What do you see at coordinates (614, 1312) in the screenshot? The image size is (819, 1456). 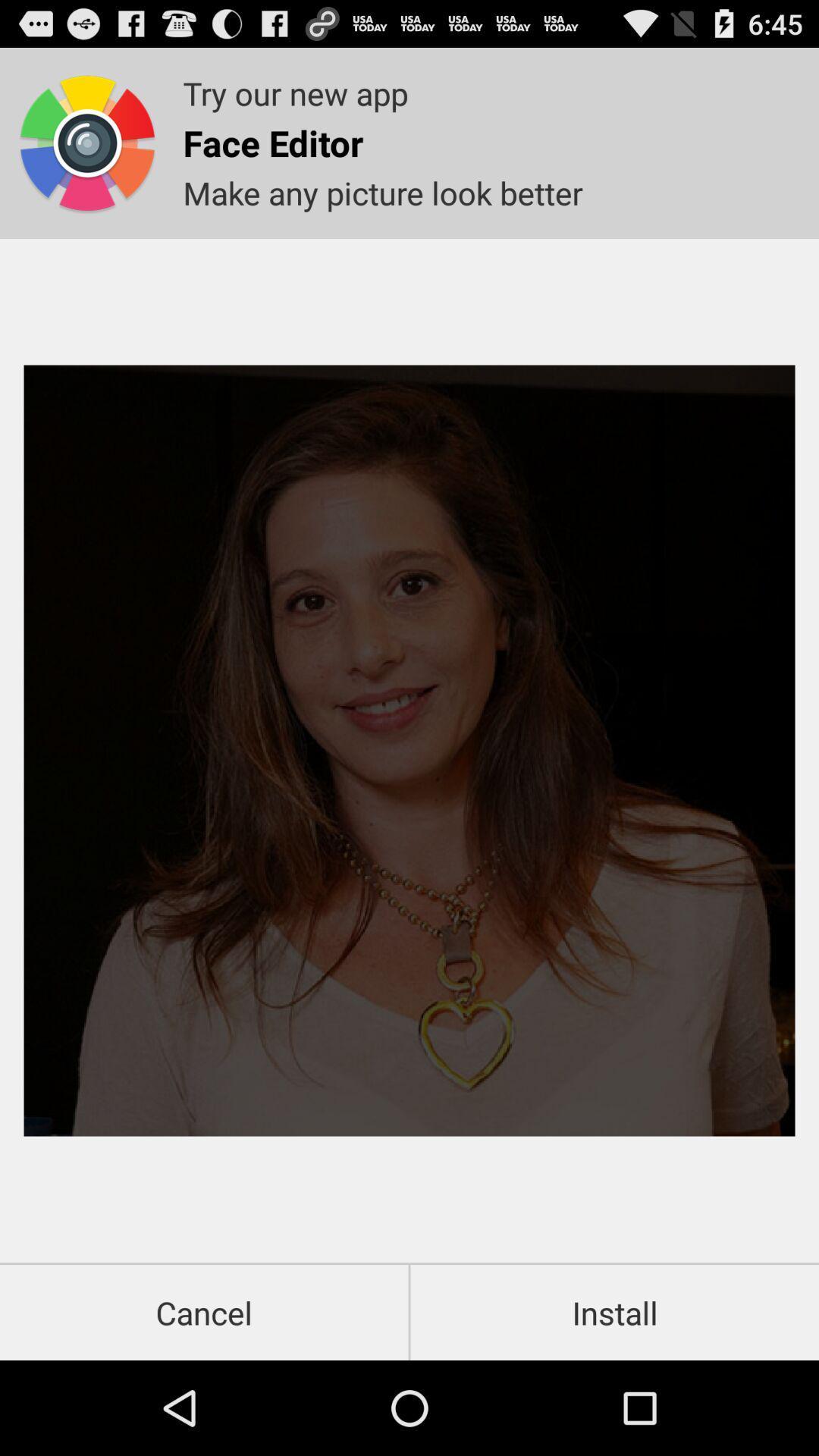 I see `the install icon` at bounding box center [614, 1312].